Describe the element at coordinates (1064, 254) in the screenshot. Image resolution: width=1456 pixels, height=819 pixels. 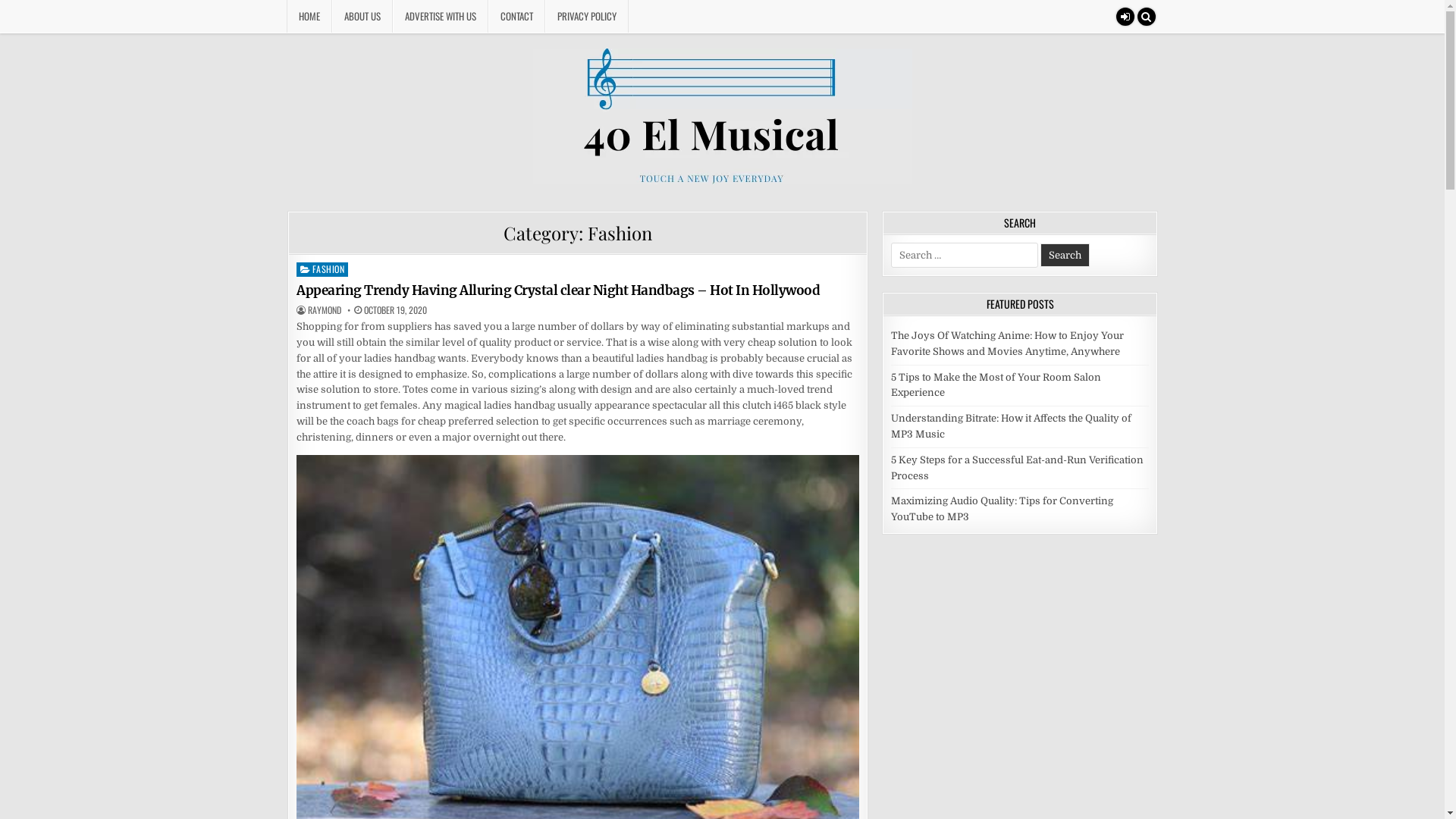
I see `'Search'` at that location.